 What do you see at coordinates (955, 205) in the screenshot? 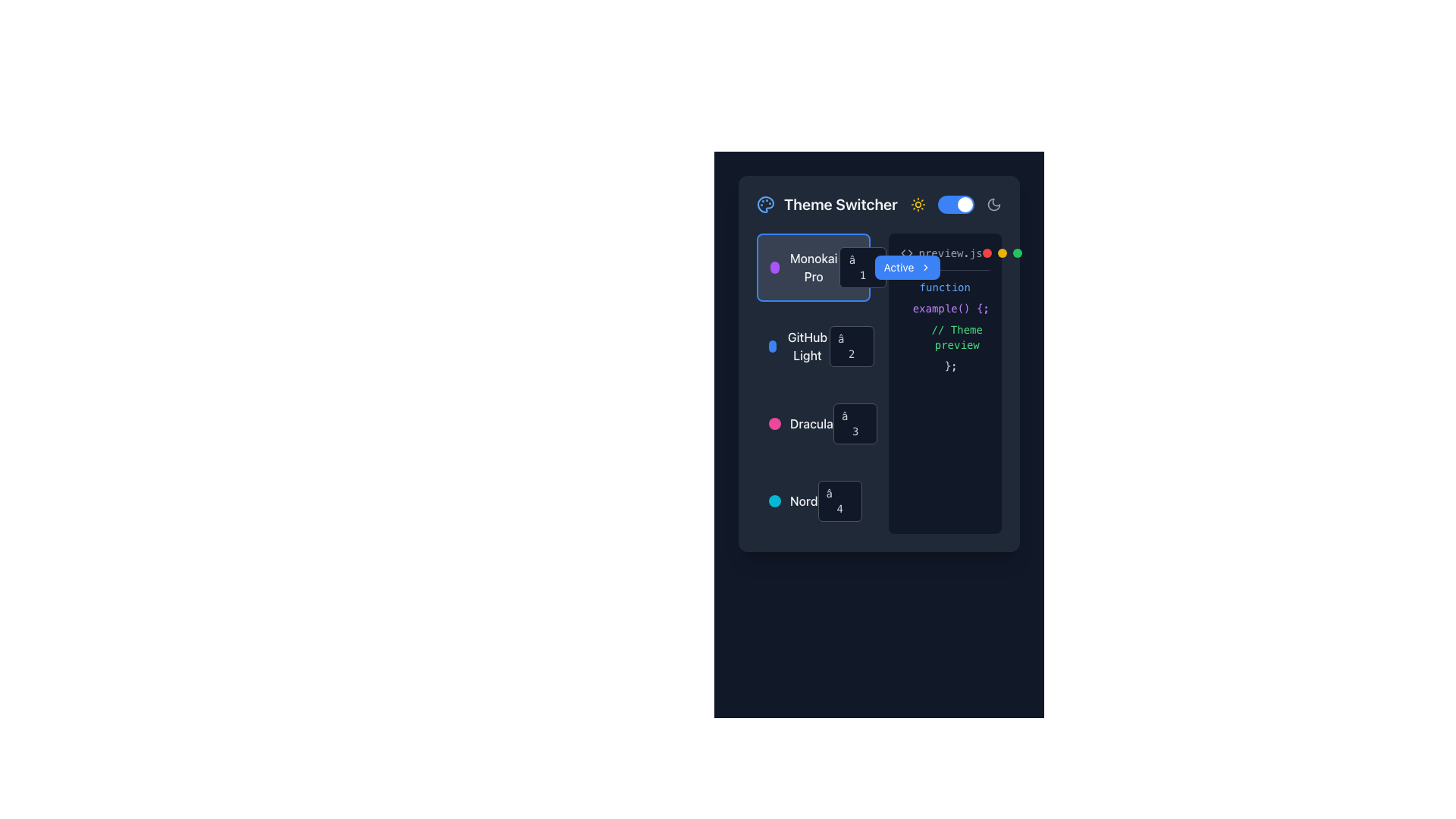
I see `the toggle switch located in the 'Theme Switcher' section at the top-right corner to switch between light and dark modes` at bounding box center [955, 205].